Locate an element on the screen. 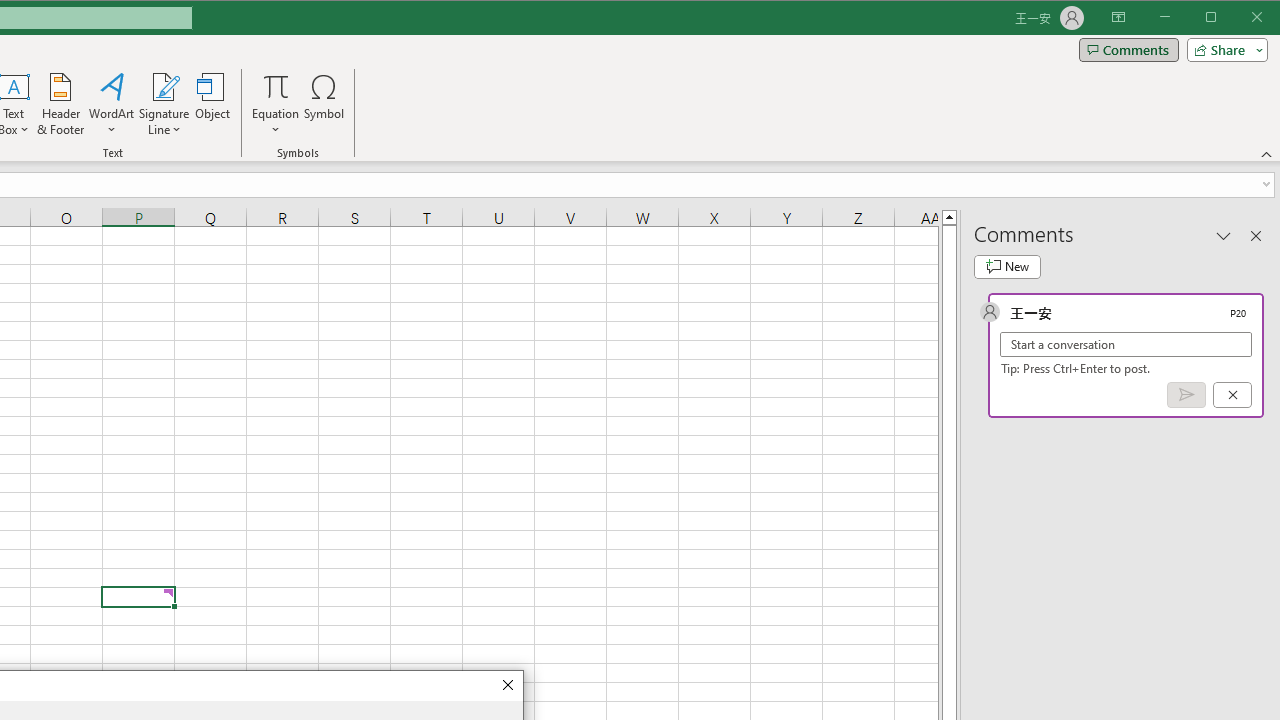 This screenshot has height=720, width=1280. 'Symbol...' is located at coordinates (324, 104).